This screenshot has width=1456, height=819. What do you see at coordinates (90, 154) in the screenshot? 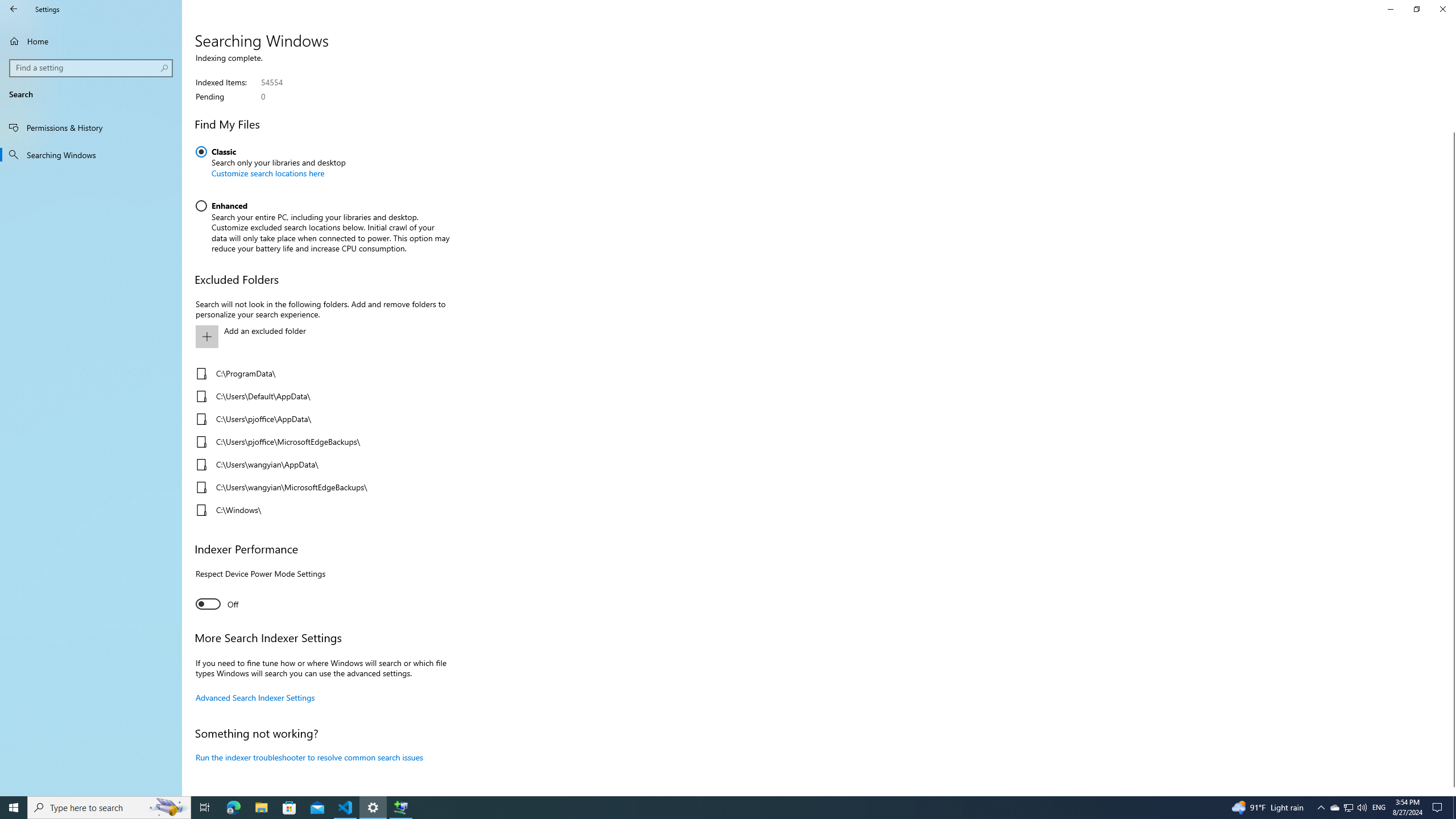
I see `'Searching Windows'` at bounding box center [90, 154].